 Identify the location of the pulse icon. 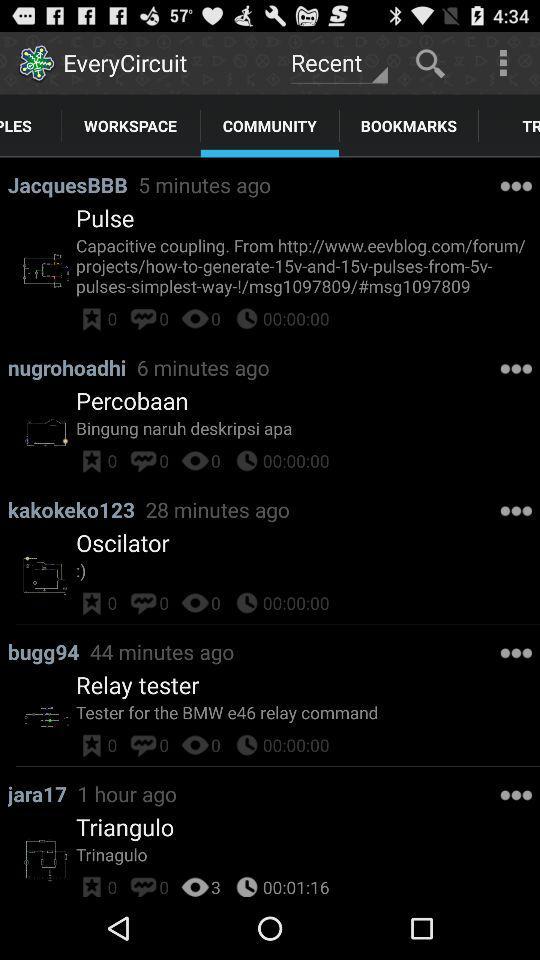
(105, 218).